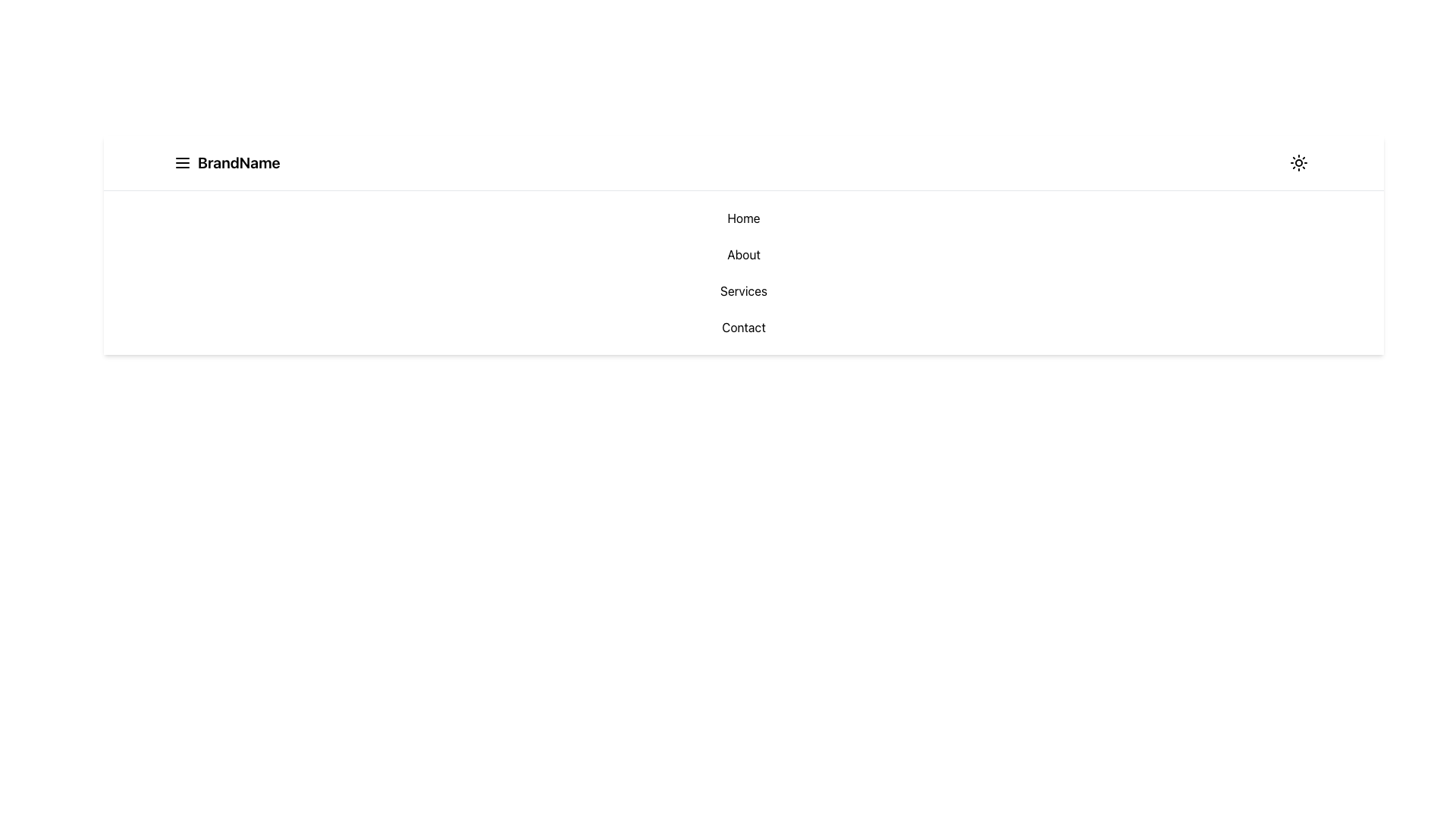 Image resolution: width=1456 pixels, height=819 pixels. What do you see at coordinates (238, 163) in the screenshot?
I see `the label or heading text representing the brand or logo, located in the top-left region of the interface, to the right of the menu icon` at bounding box center [238, 163].